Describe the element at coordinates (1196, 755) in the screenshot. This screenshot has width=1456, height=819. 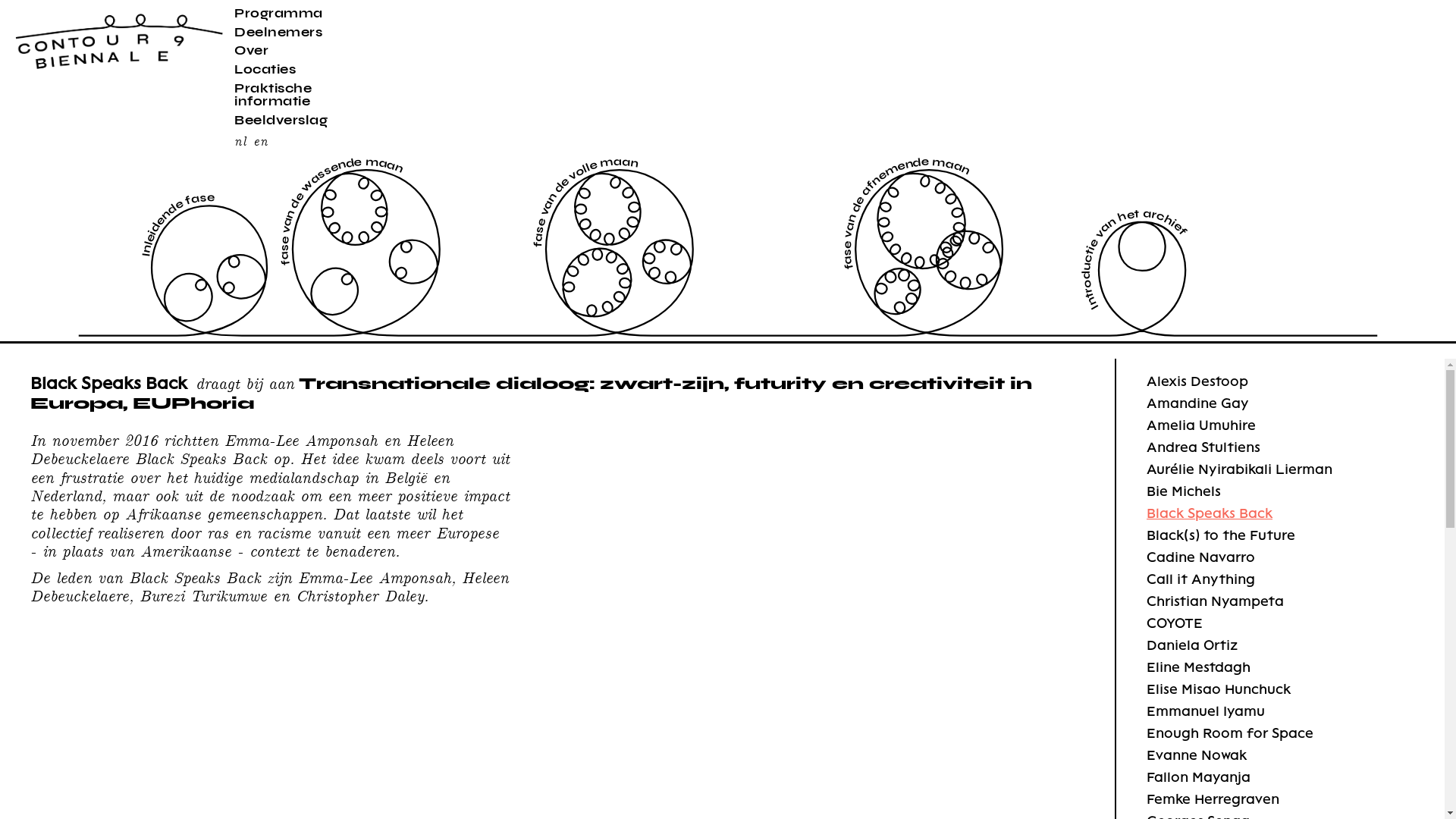
I see `'Evanne Nowak'` at that location.